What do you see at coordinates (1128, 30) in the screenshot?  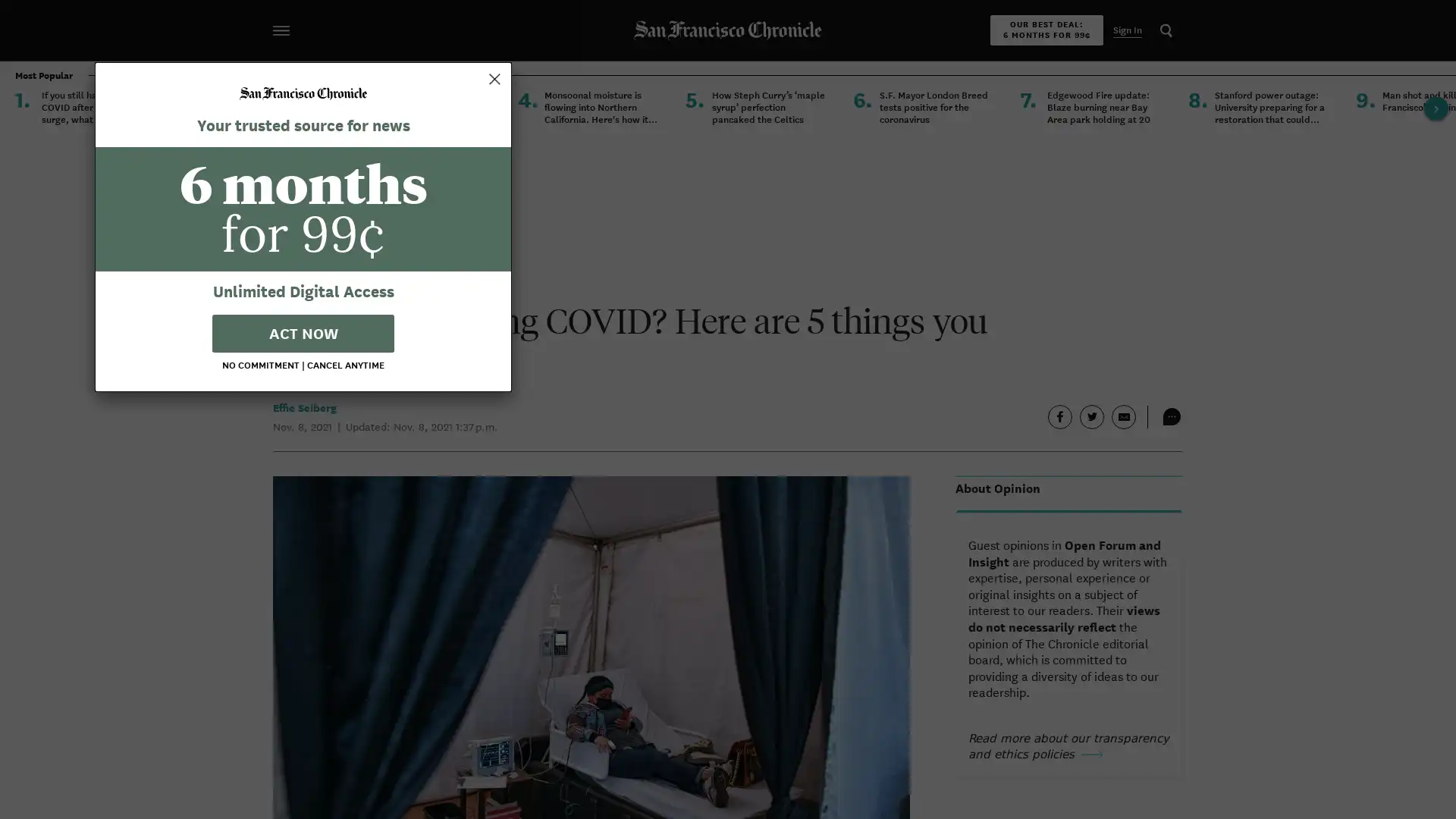 I see `Sign In` at bounding box center [1128, 30].